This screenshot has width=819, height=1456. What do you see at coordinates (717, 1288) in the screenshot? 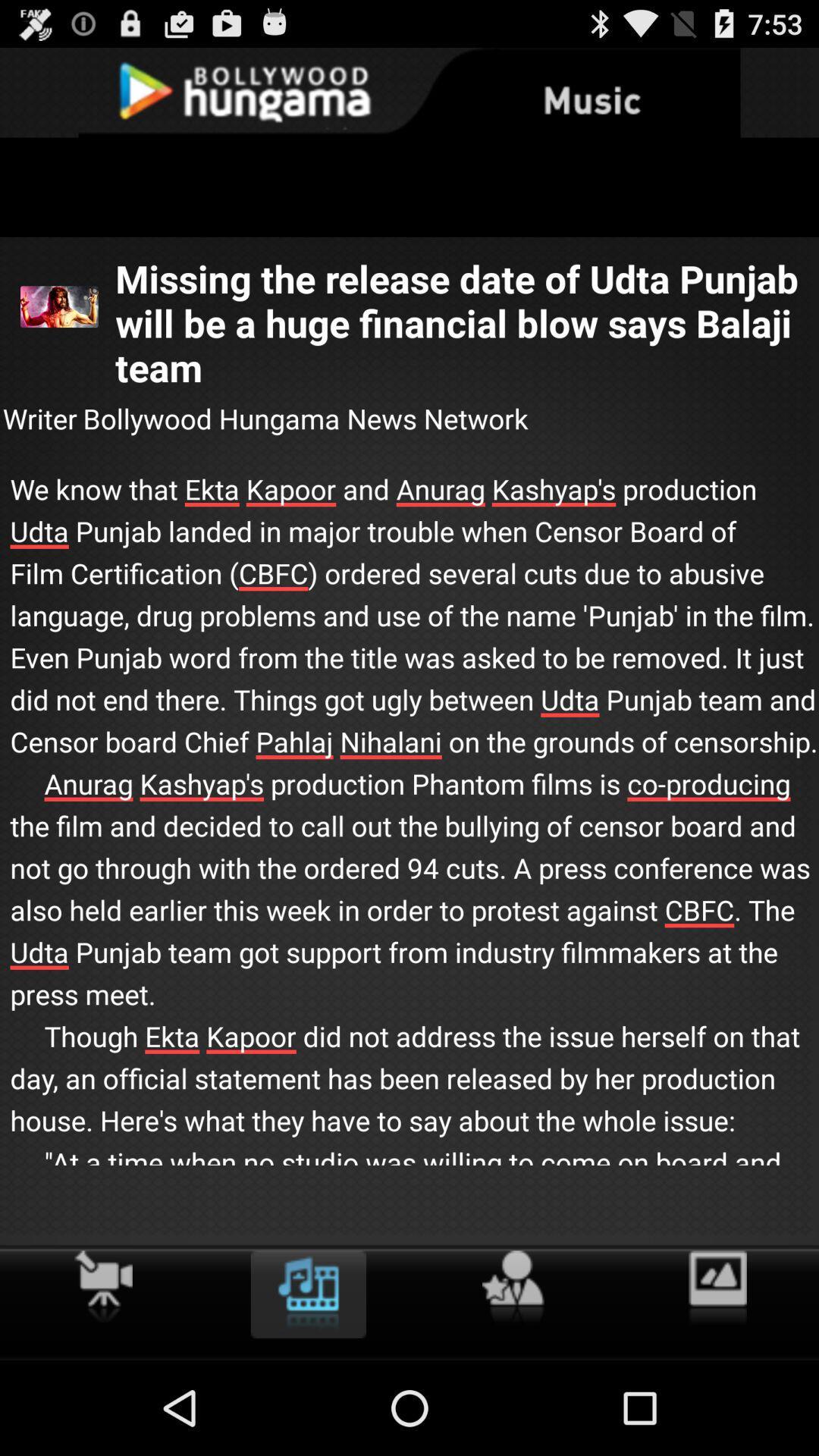
I see `the item below we know that icon` at bounding box center [717, 1288].